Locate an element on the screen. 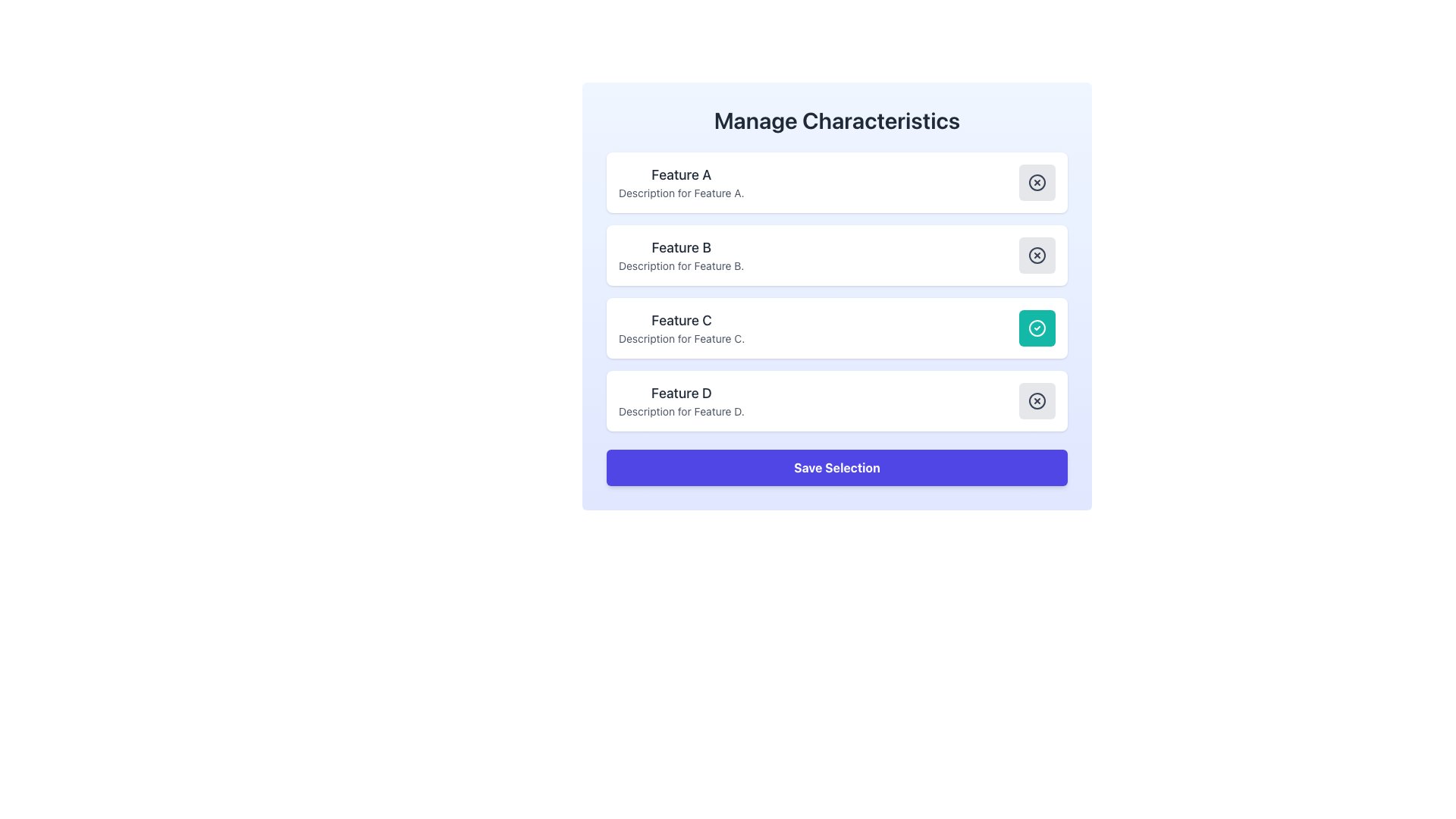  the Text Label that serves as the header for identifying a specific feature in the list under 'Manage Characteristics.' is located at coordinates (680, 174).